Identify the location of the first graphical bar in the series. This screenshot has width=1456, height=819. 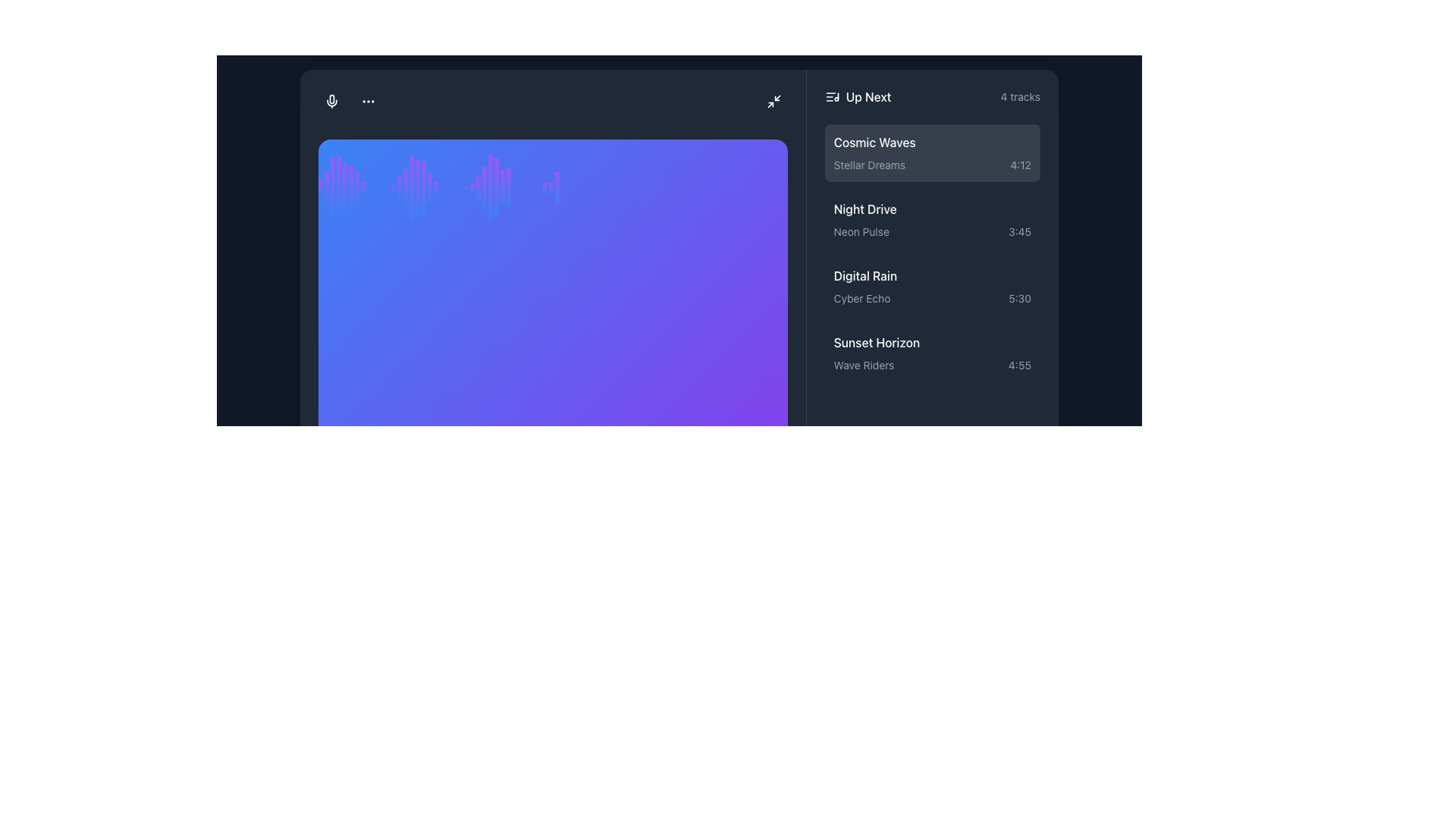
(319, 186).